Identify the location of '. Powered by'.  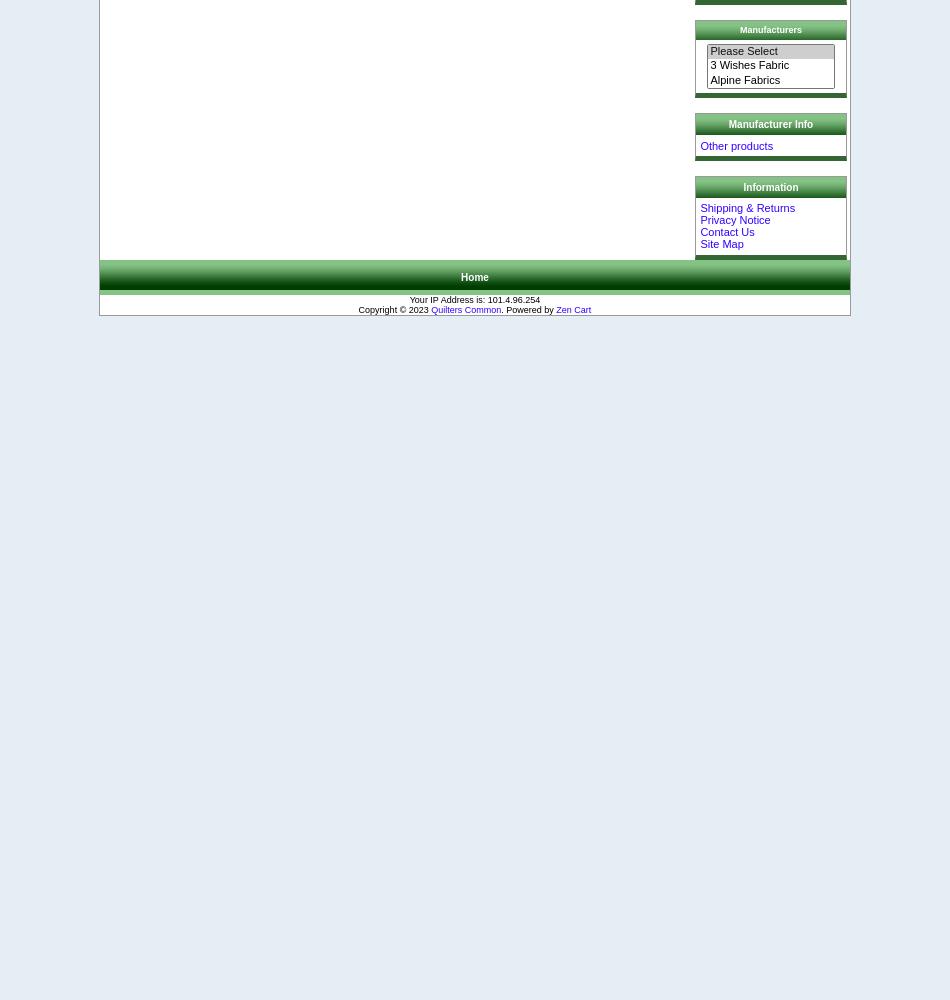
(528, 309).